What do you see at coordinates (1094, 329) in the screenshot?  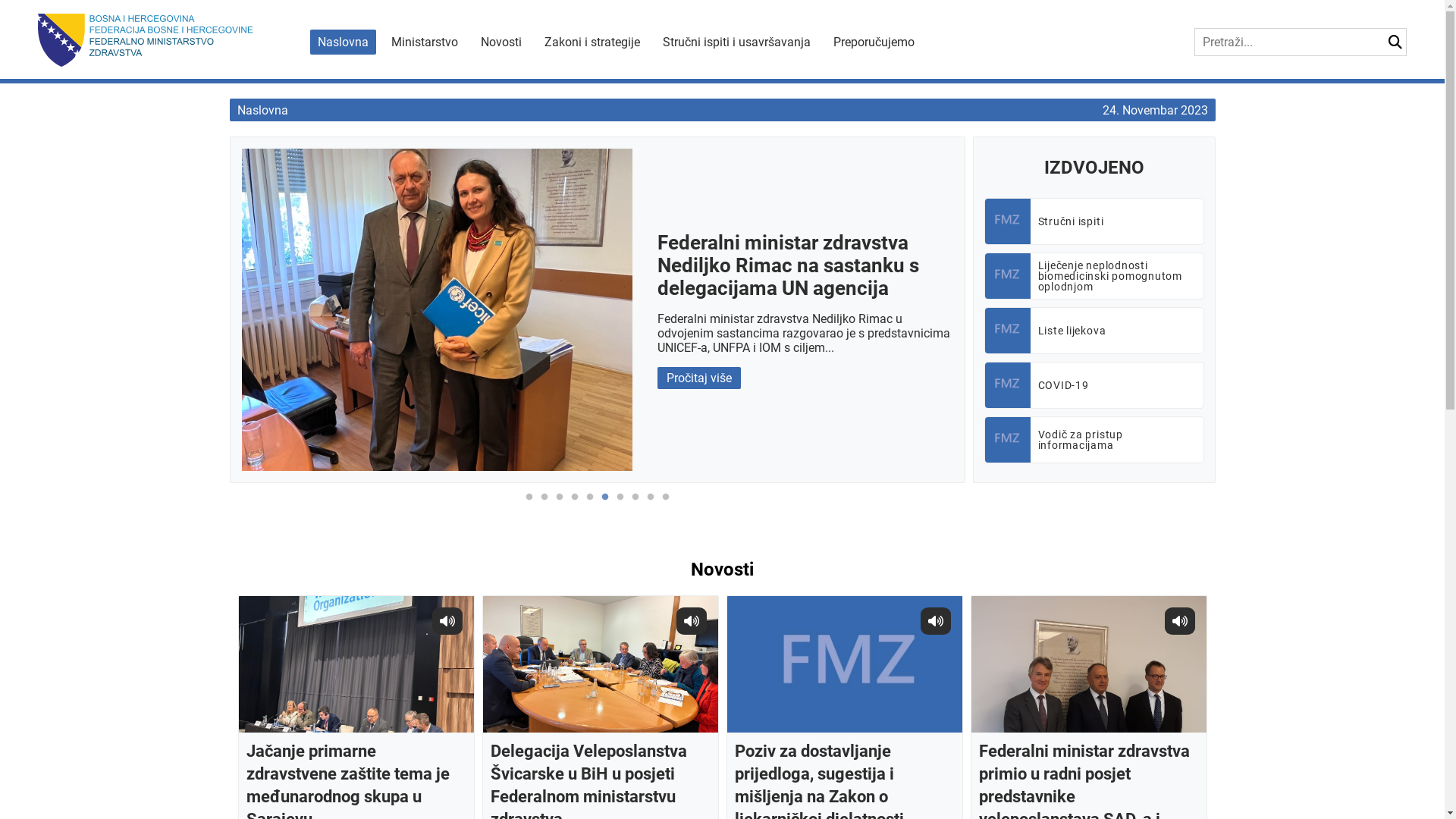 I see `'Liste lijekova'` at bounding box center [1094, 329].